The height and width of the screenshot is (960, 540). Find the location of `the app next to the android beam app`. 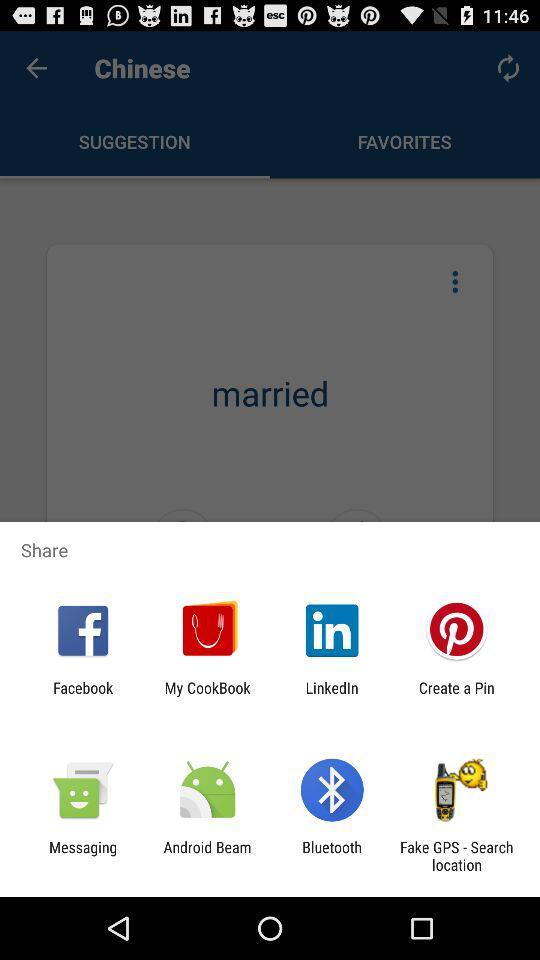

the app next to the android beam app is located at coordinates (82, 855).